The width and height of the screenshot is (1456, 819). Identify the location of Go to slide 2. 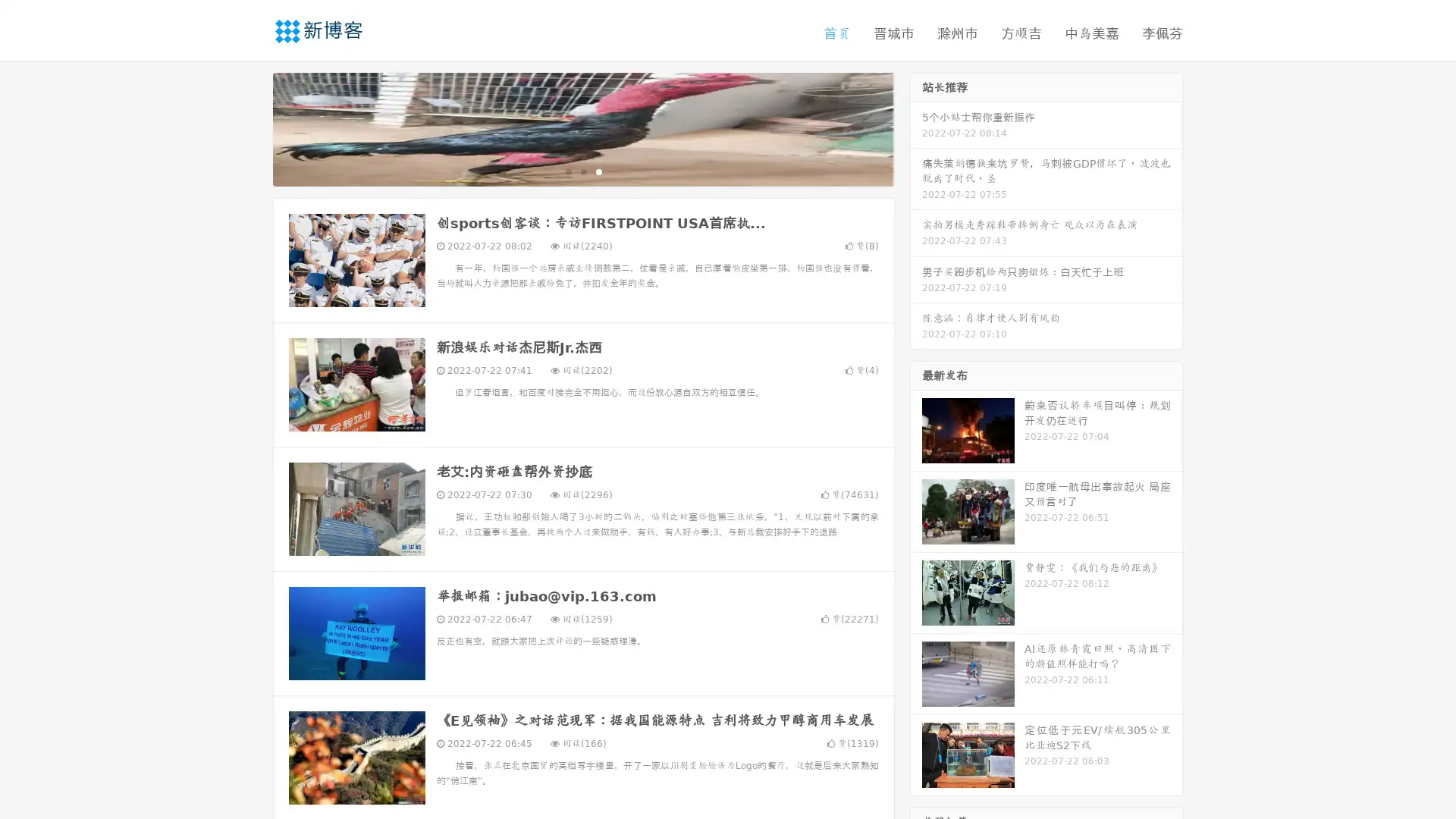
(582, 171).